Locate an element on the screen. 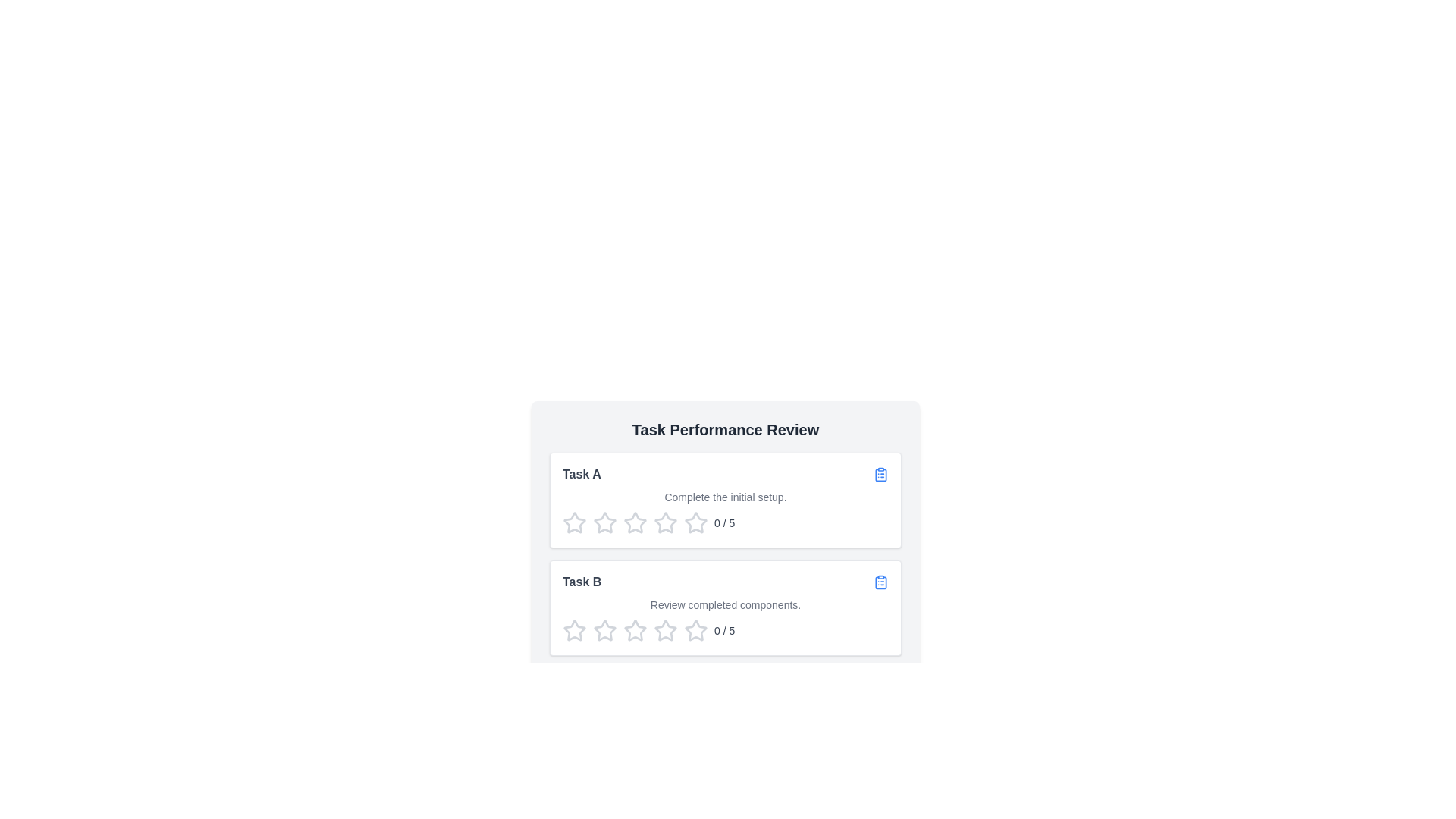 Image resolution: width=1456 pixels, height=819 pixels. the first star icon in the row of rating icons under 'Task A' in the 'Task Performance Review' section is located at coordinates (604, 522).